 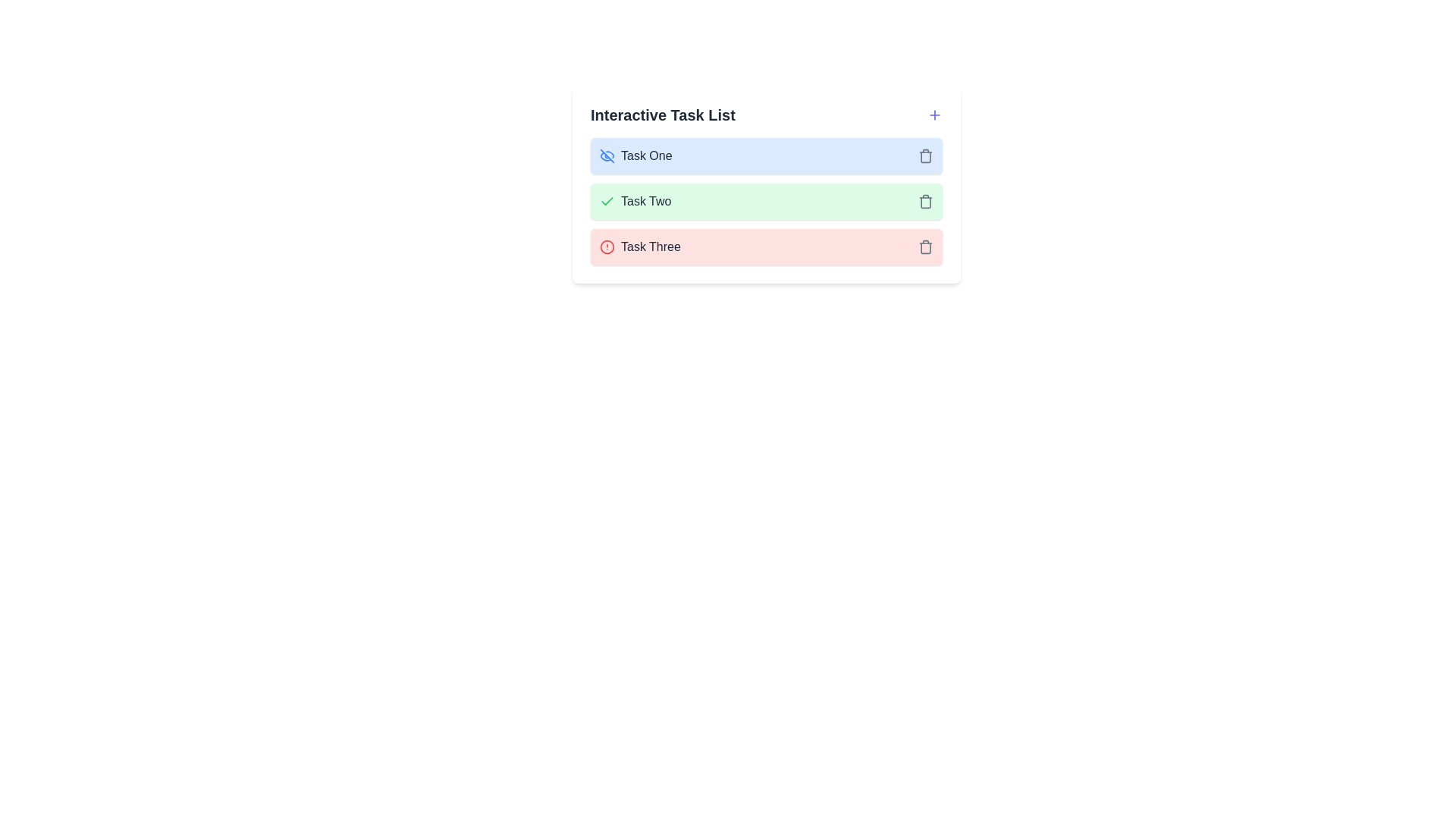 I want to click on the gray trash bin icon button located to the far right of the task labeled 'Task Three', so click(x=924, y=246).